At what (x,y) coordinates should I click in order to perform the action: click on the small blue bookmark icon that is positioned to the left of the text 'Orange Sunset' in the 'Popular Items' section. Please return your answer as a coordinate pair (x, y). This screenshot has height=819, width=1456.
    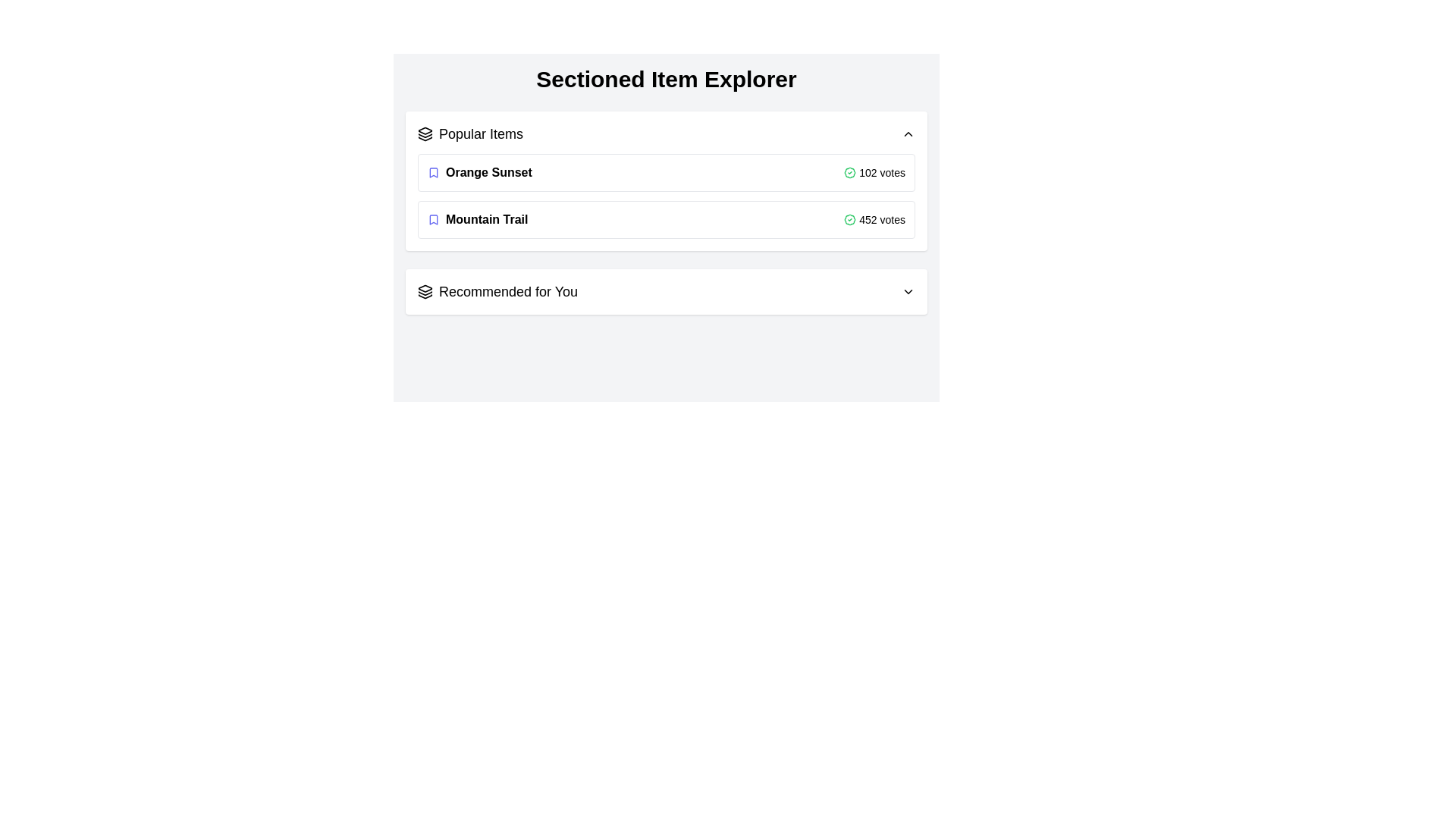
    Looking at the image, I should click on (432, 171).